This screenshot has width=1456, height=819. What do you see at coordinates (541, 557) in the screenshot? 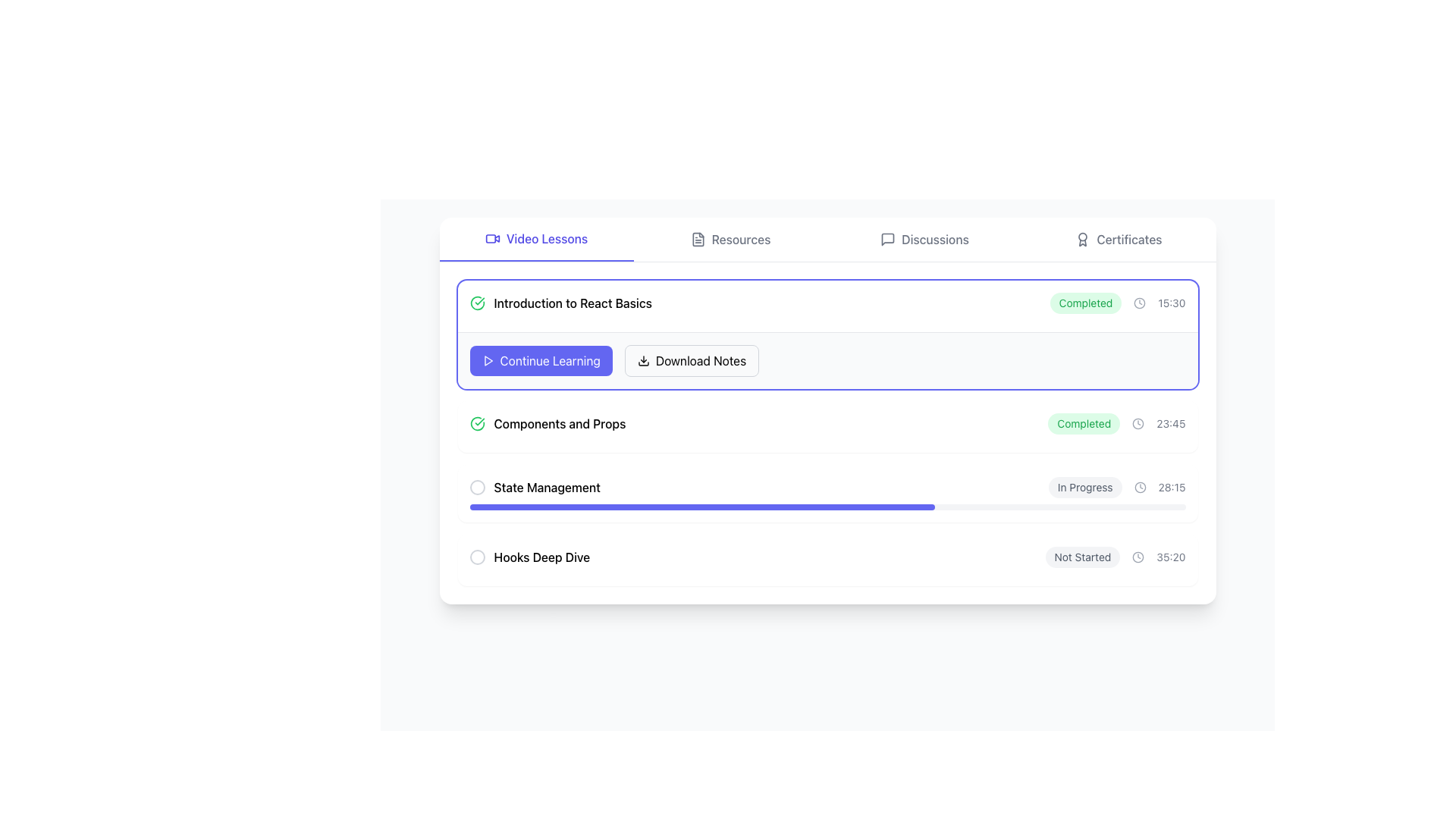
I see `the text label reading 'Hooks Deep Dive', which is styled with a medium font weight and located at the bottom of a list of items, centered horizontally in its row, next to a circular, bordered icon` at bounding box center [541, 557].